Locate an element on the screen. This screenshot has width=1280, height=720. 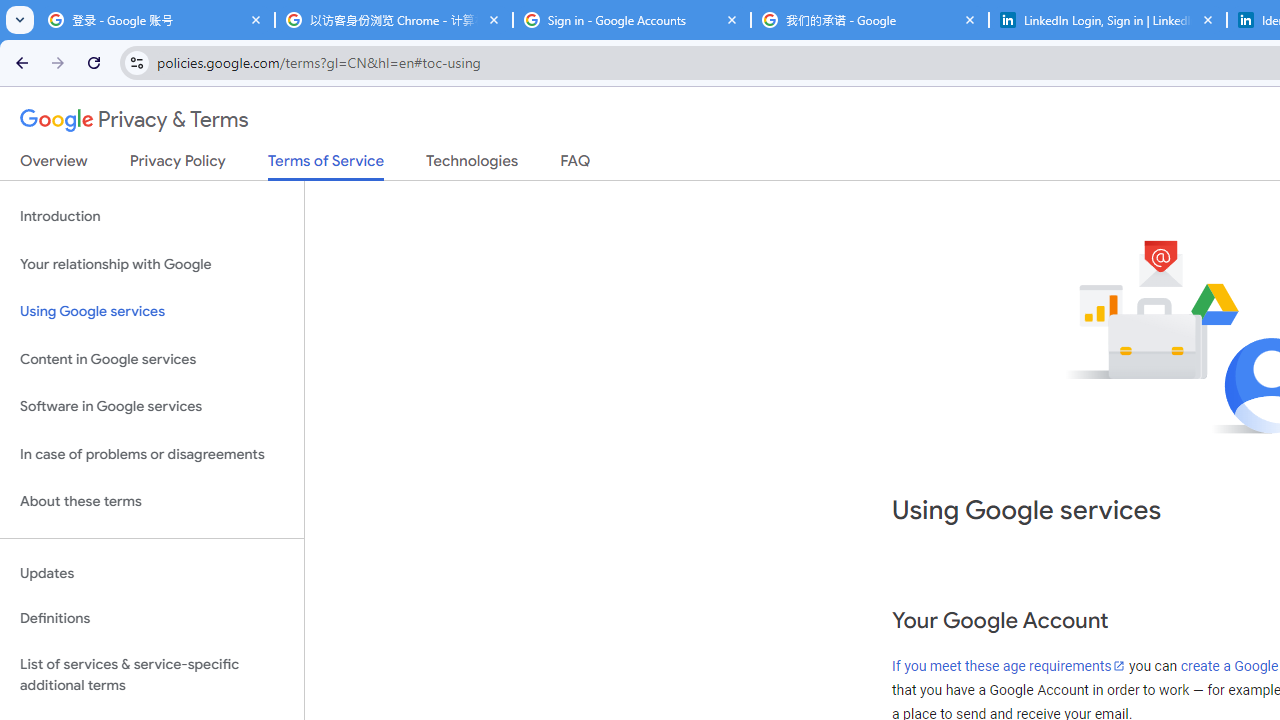
'FAQ' is located at coordinates (575, 164).